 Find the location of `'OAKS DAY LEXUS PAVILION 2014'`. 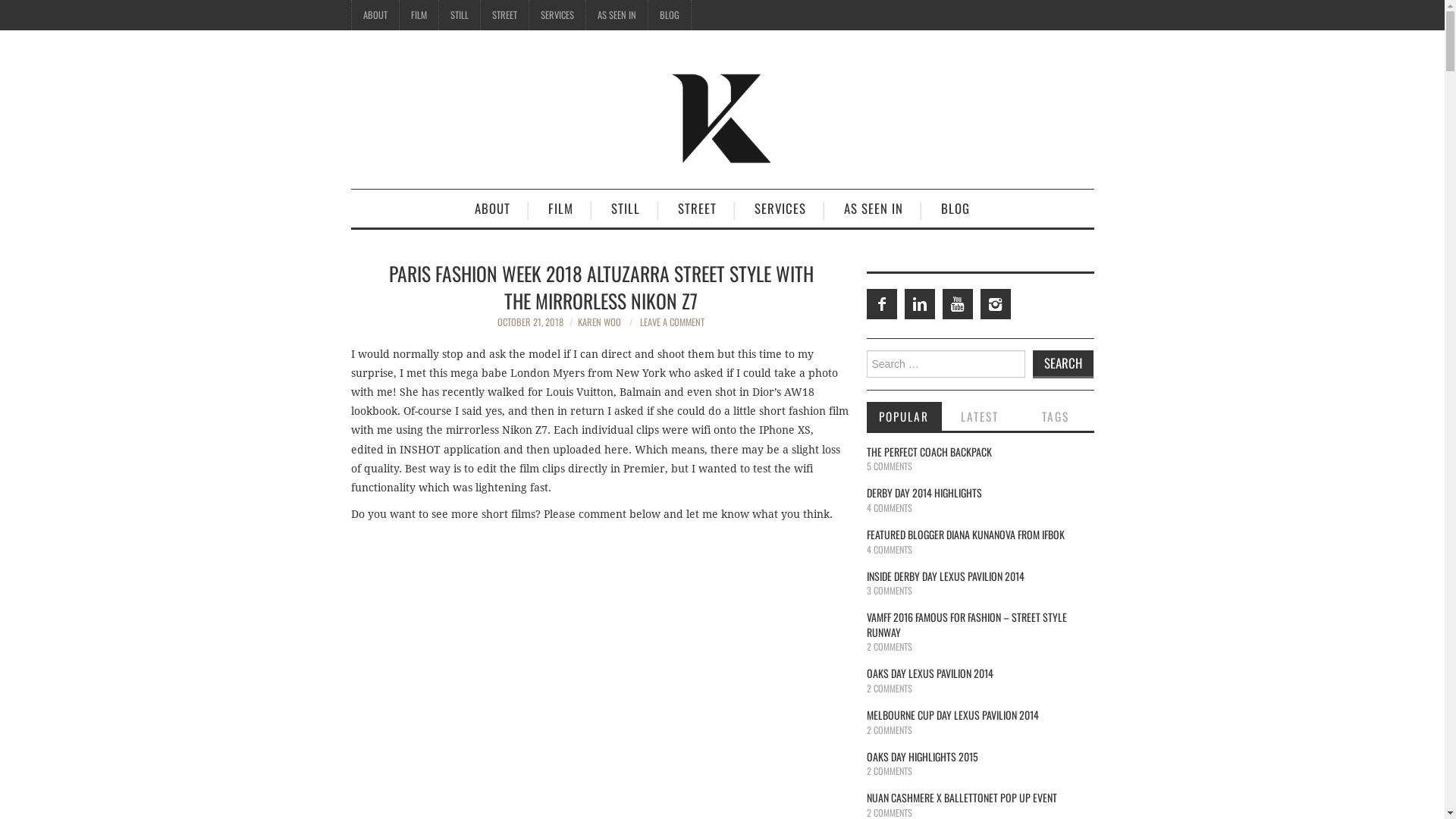

'OAKS DAY LEXUS PAVILION 2014' is located at coordinates (928, 672).